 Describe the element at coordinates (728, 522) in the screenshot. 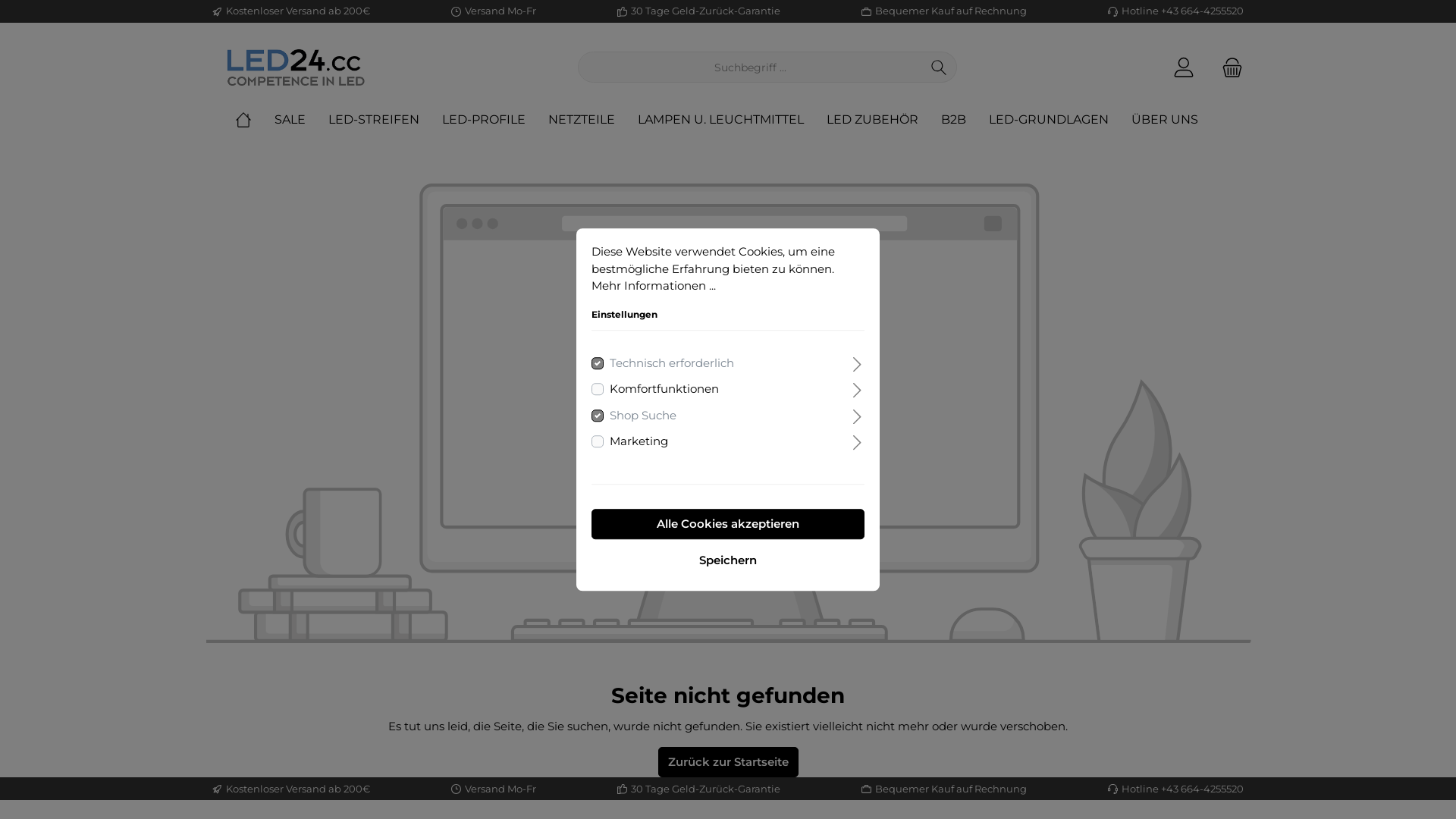

I see `'Alle Cookies akzeptieren'` at that location.